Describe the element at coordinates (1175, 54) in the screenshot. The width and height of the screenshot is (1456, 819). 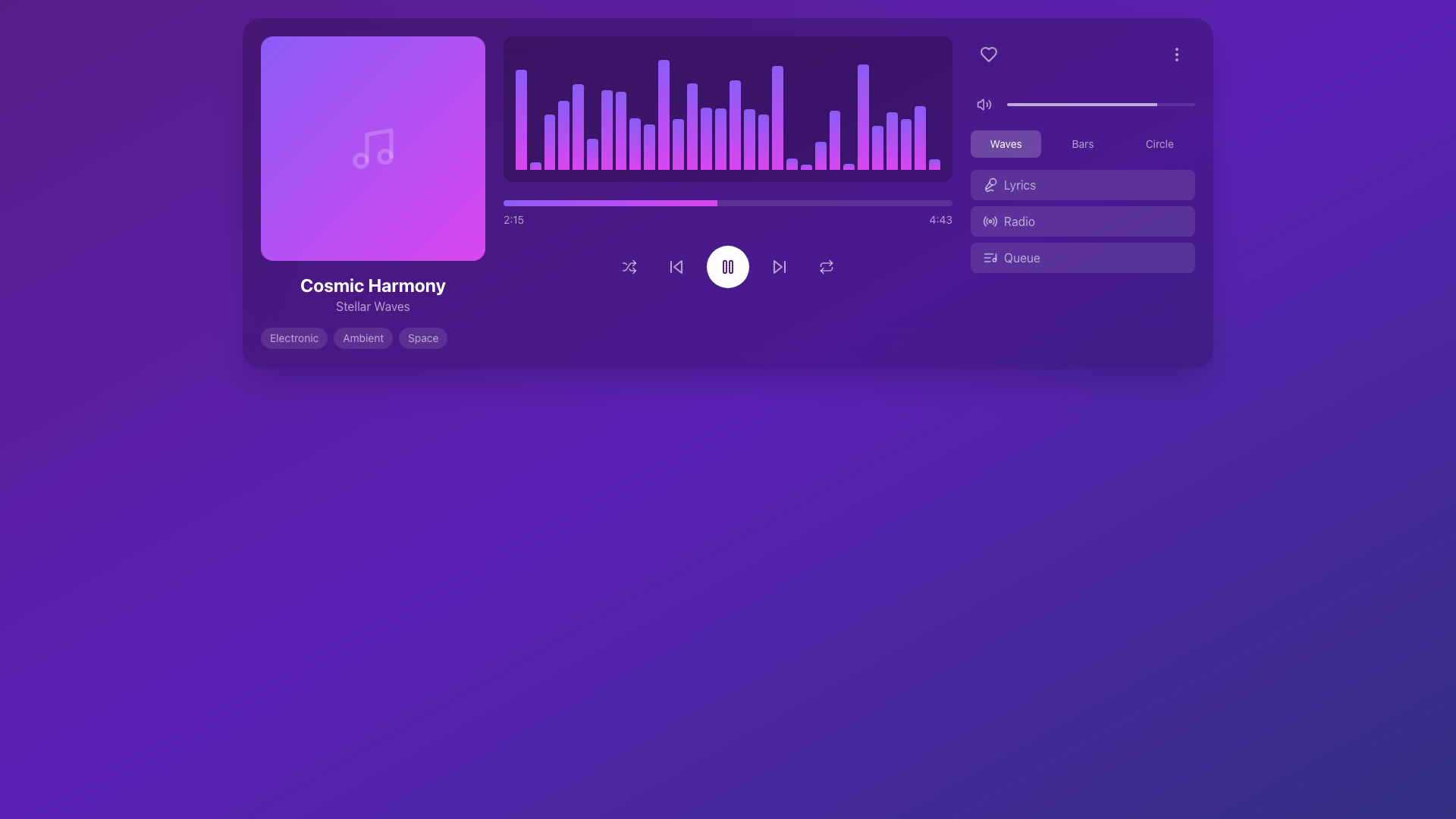
I see `the button located on the far right side of the interface, aligned horizontally with the heart-shaped icon` at that location.